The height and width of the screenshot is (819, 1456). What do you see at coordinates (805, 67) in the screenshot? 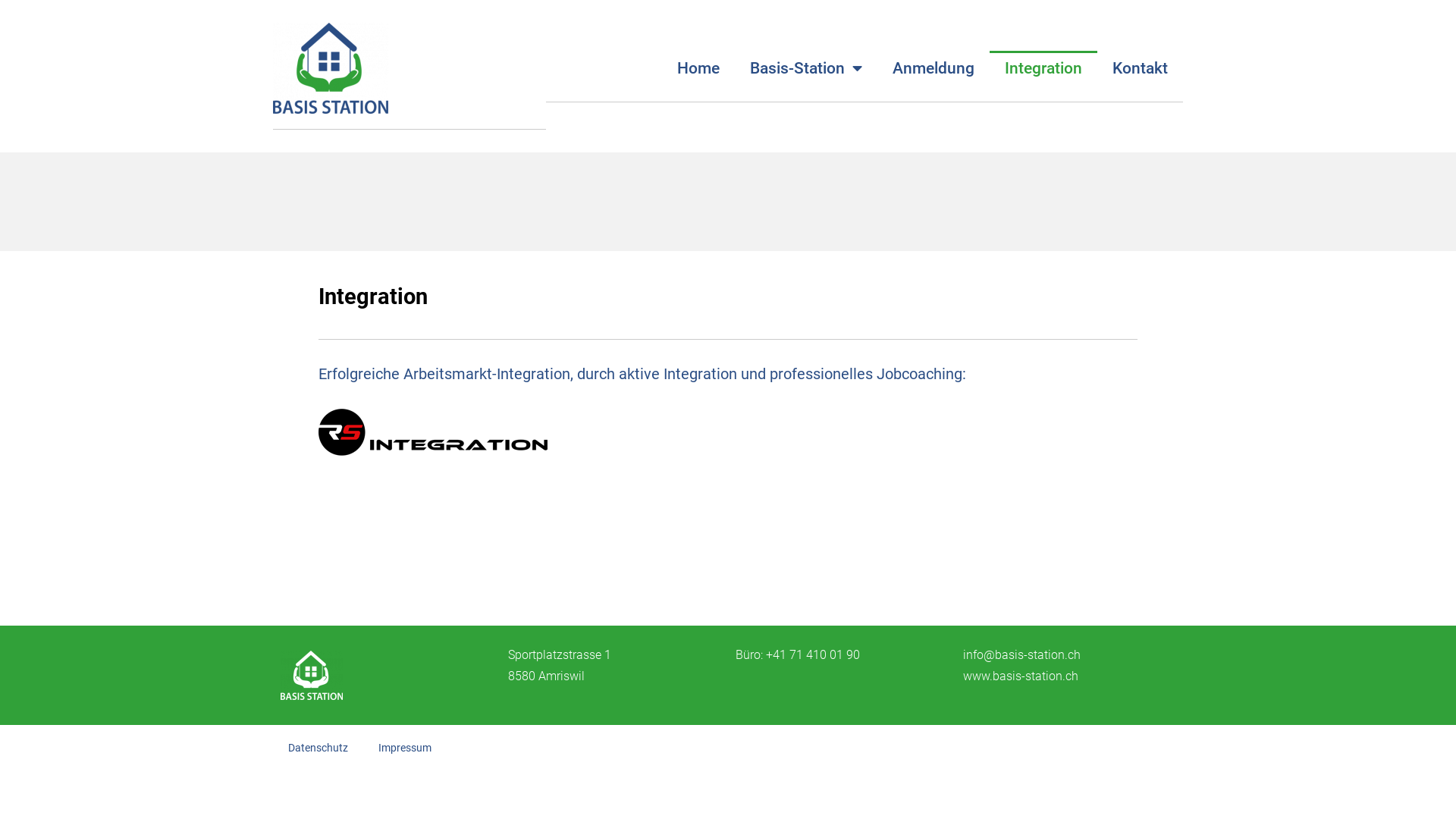
I see `'Basis-Station'` at bounding box center [805, 67].